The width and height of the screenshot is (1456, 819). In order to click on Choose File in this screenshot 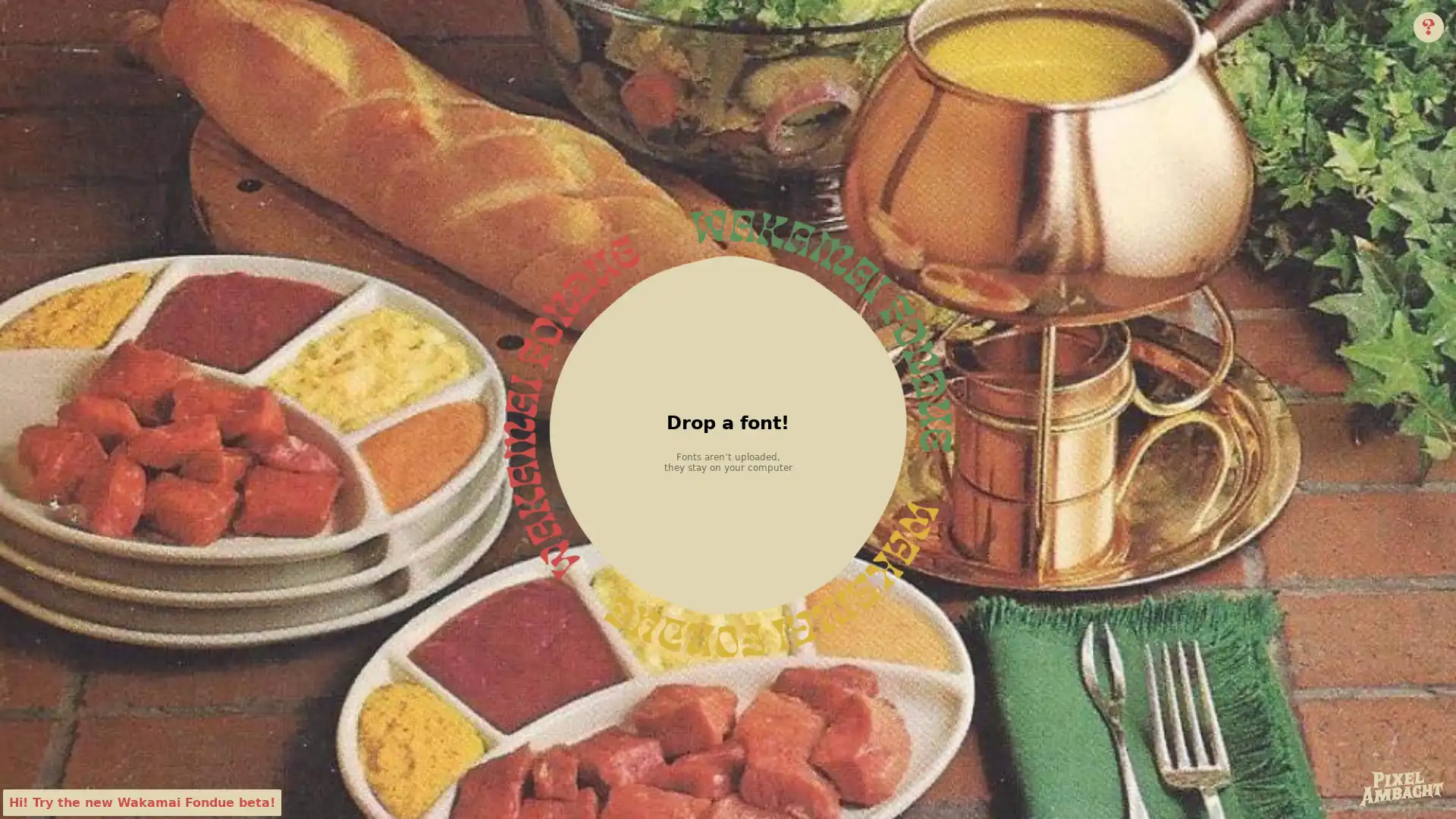, I will do `click(761, 441)`.